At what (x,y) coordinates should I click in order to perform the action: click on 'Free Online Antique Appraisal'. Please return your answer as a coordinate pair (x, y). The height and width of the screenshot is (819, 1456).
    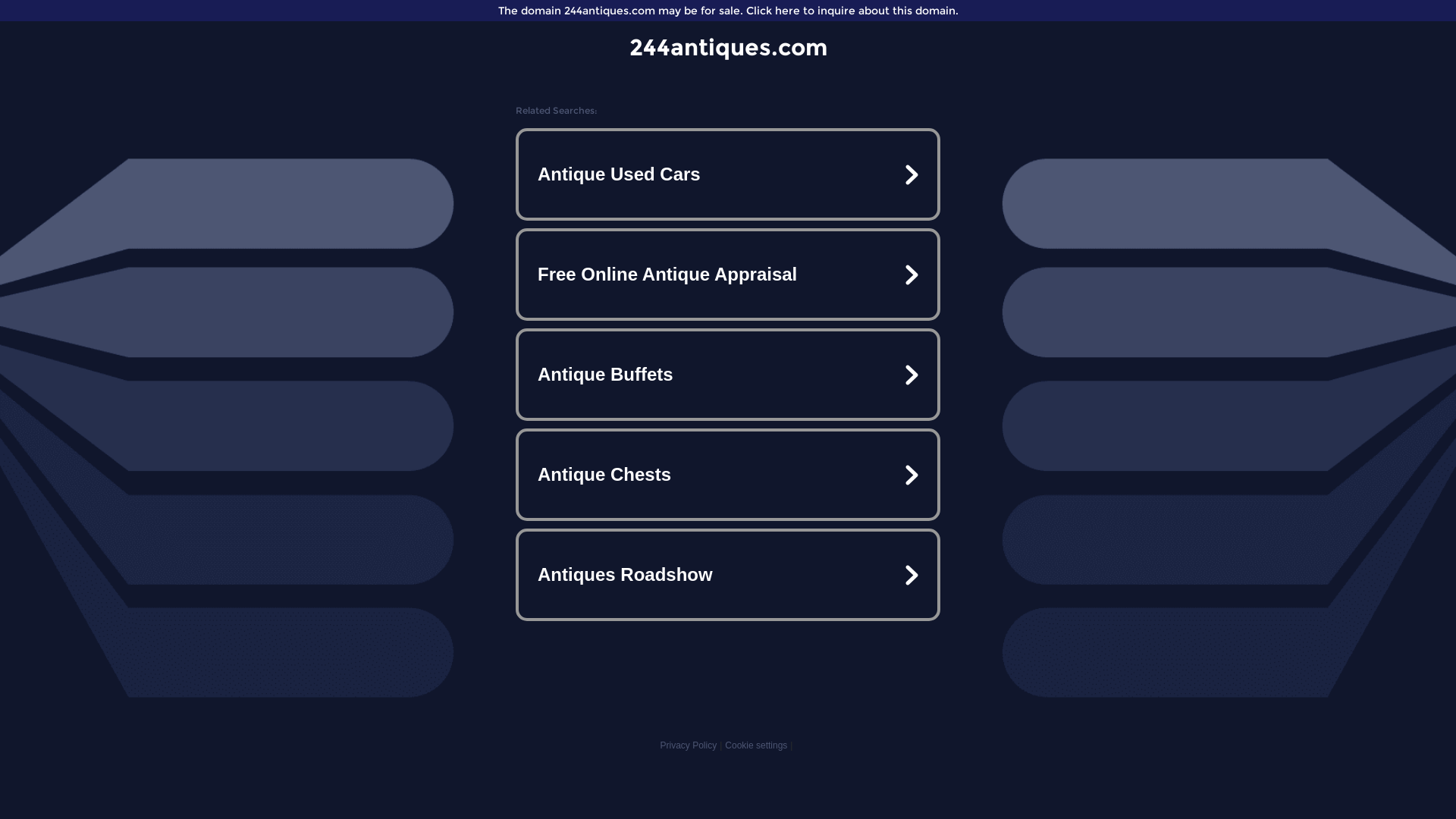
    Looking at the image, I should click on (728, 275).